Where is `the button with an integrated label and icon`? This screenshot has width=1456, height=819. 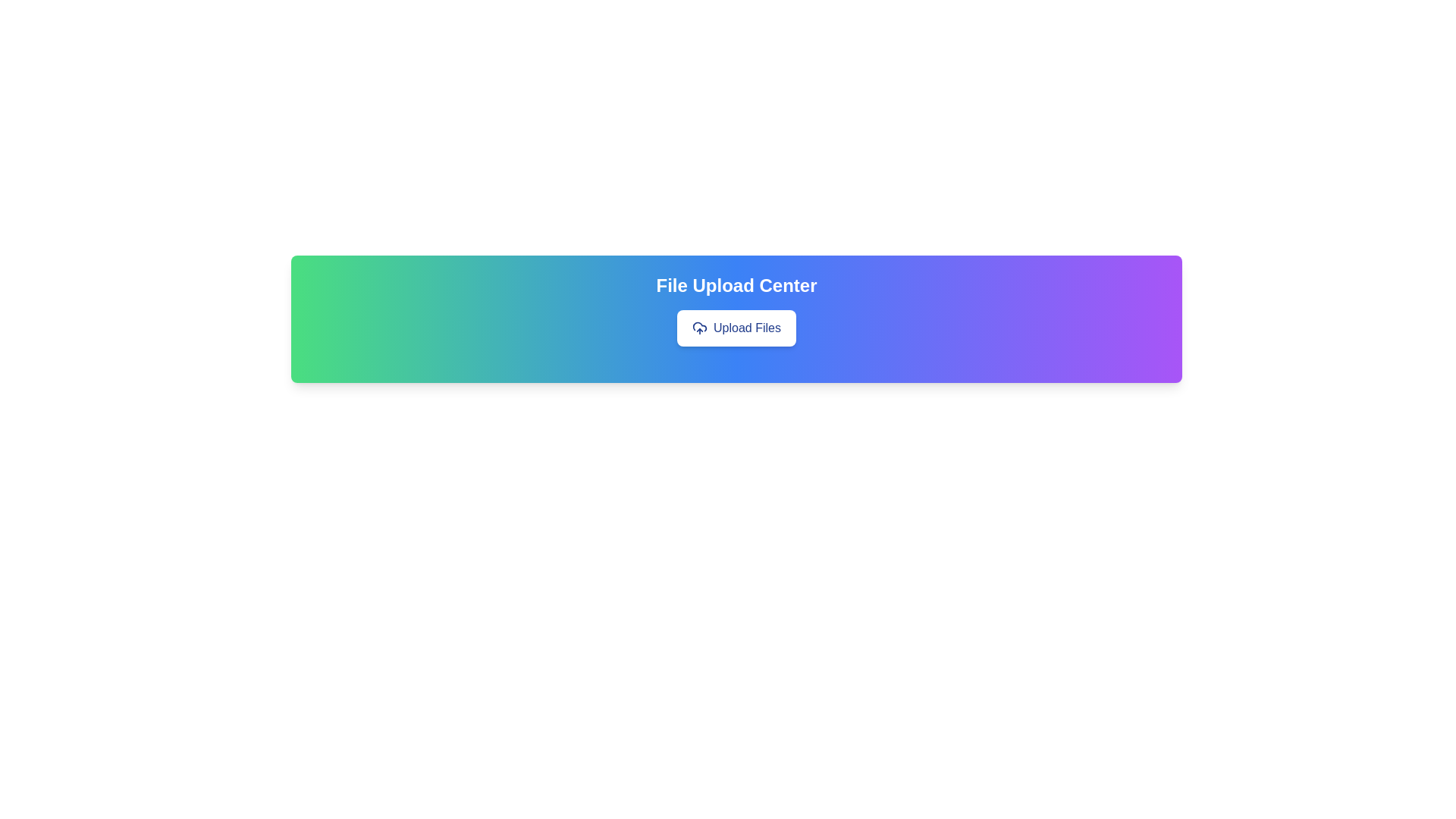 the button with an integrated label and icon is located at coordinates (736, 327).